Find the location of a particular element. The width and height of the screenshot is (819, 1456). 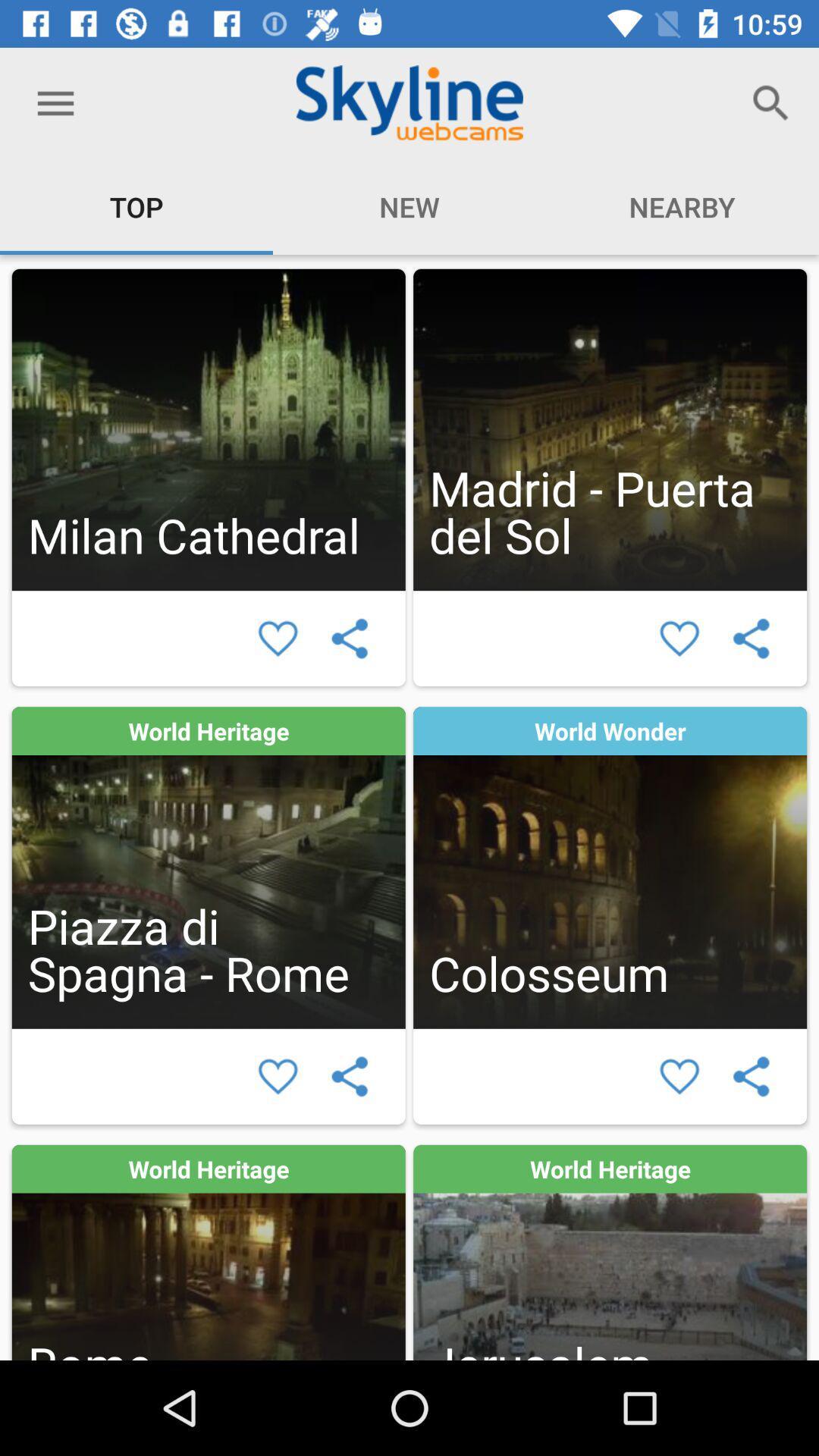

share link is located at coordinates (350, 1075).